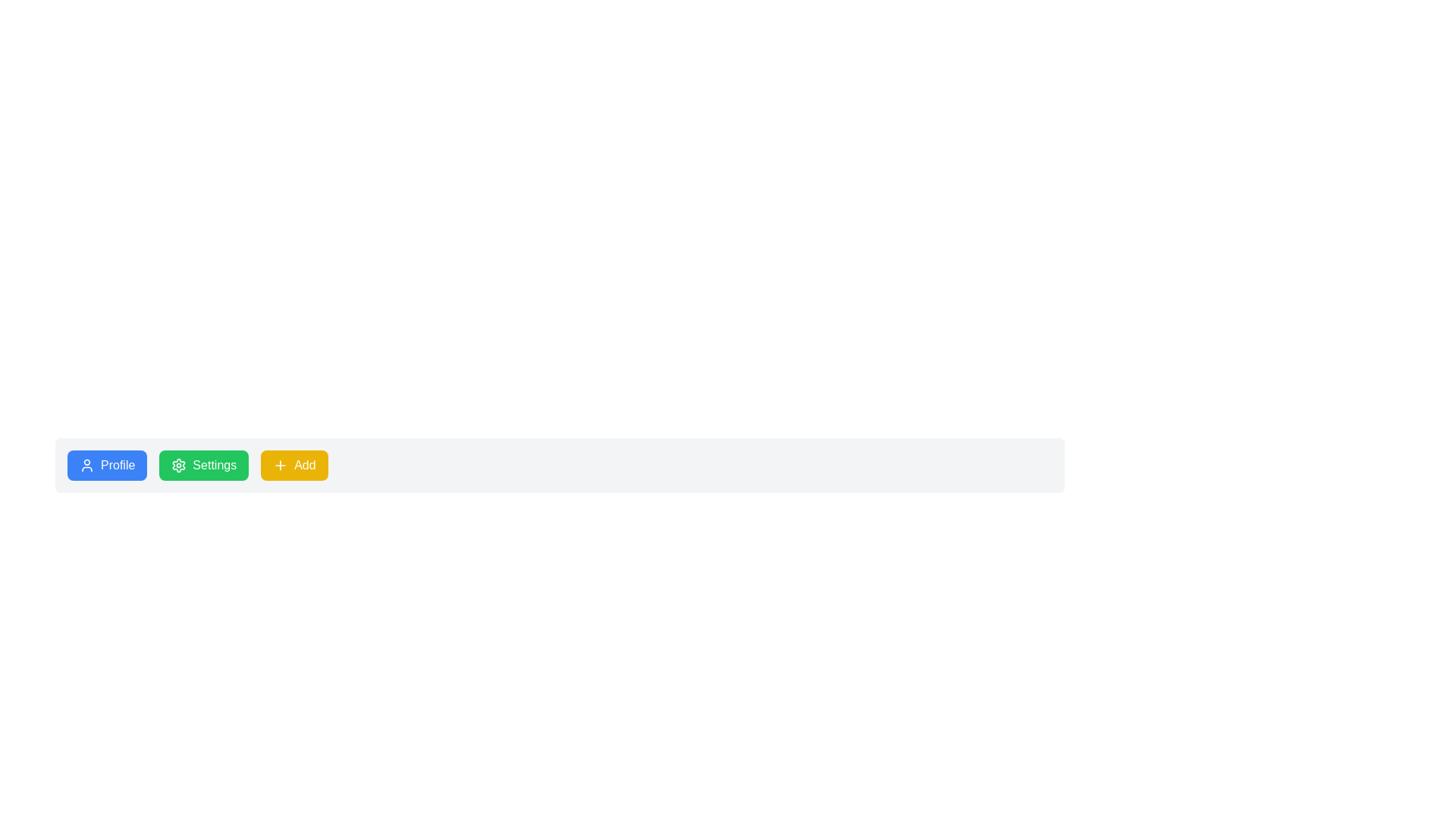 The width and height of the screenshot is (1456, 819). What do you see at coordinates (86, 464) in the screenshot?
I see `the small blue user icon within the 'Profile' button` at bounding box center [86, 464].